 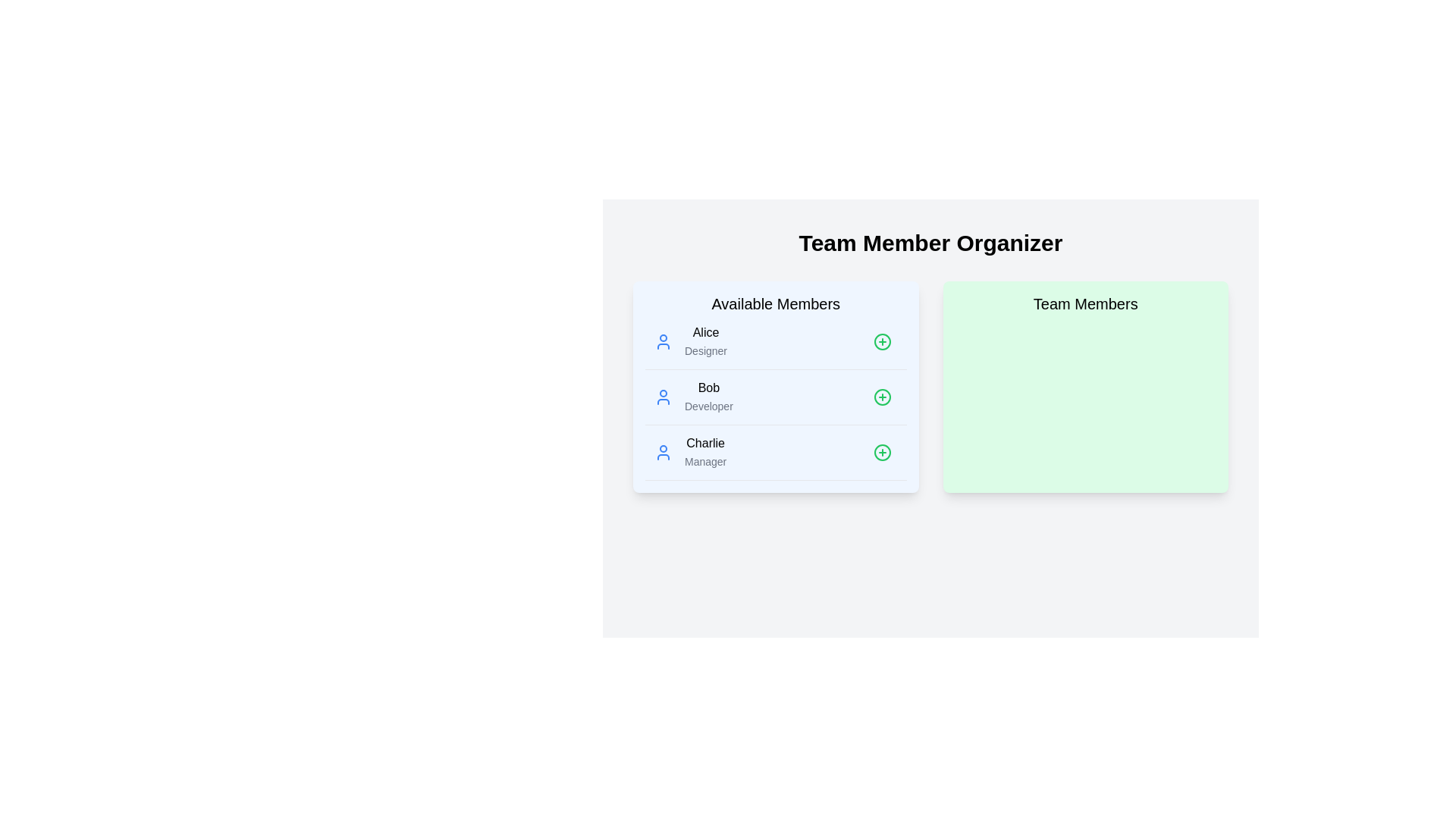 What do you see at coordinates (704, 461) in the screenshot?
I see `the informational label that indicates the role 'Manager' of the individual named 'Charlie', located below the name in the 'Available Members' panel` at bounding box center [704, 461].